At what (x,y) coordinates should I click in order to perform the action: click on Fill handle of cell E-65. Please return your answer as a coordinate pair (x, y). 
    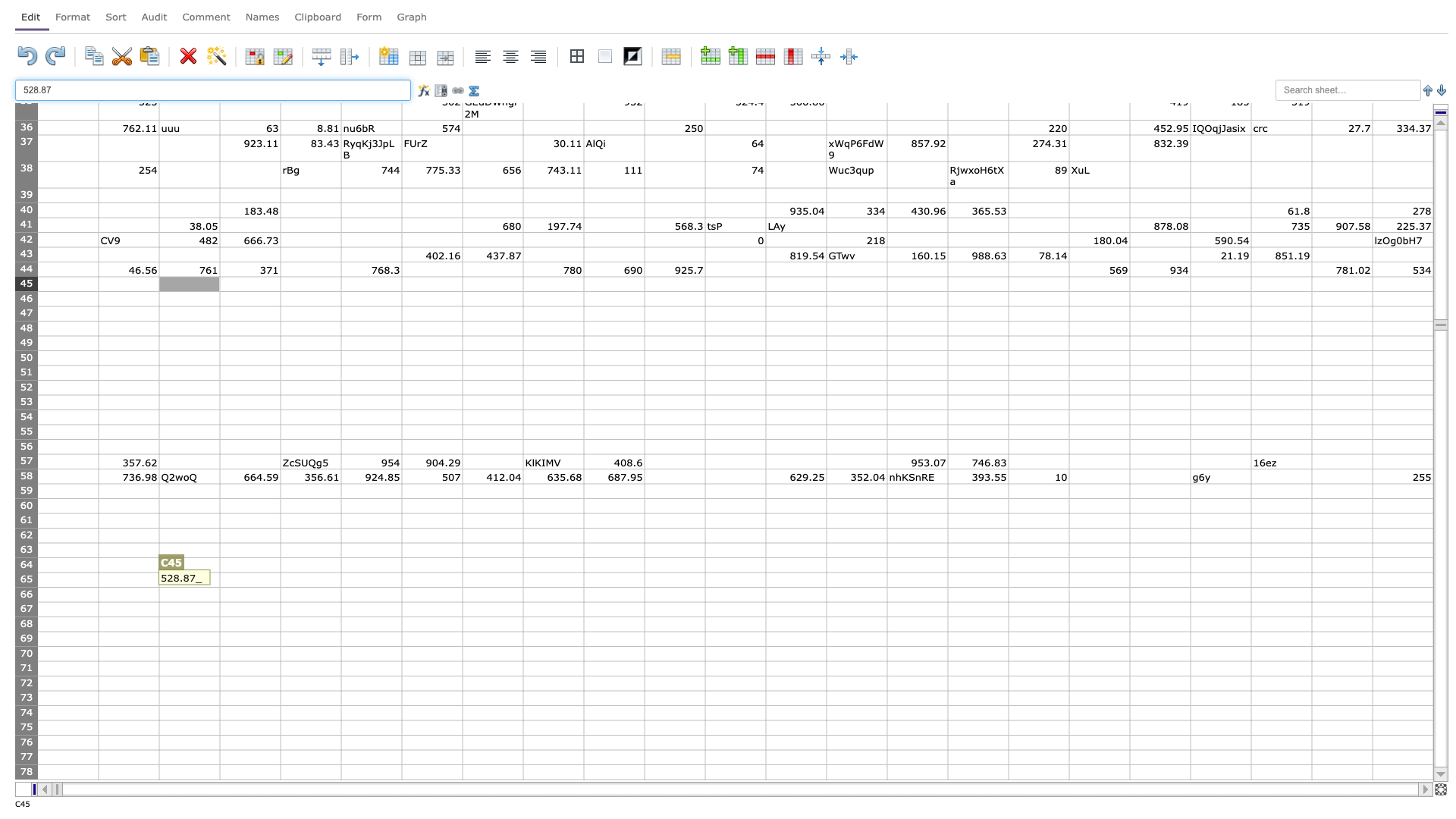
    Looking at the image, I should click on (340, 586).